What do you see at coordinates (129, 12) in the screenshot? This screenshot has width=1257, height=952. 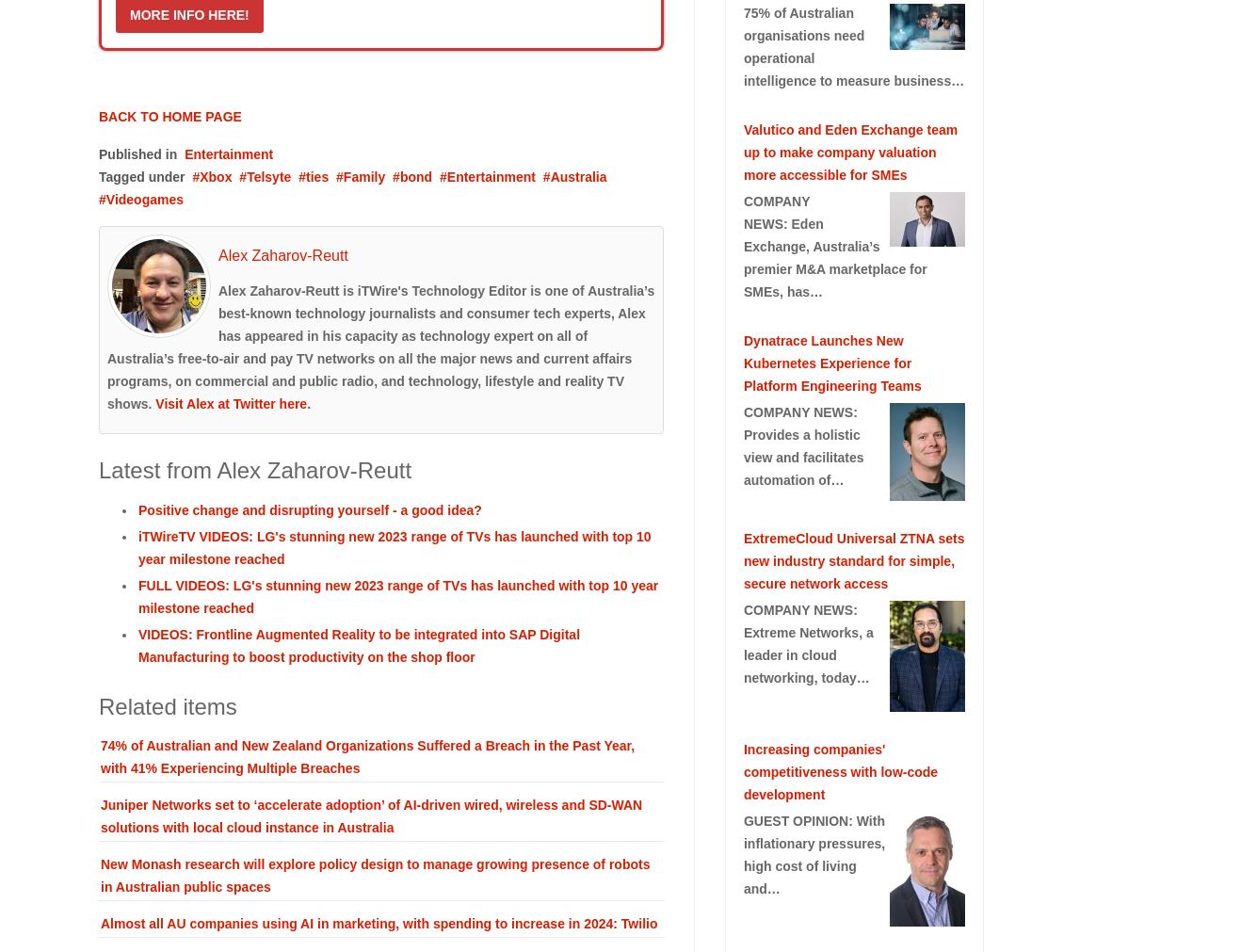 I see `'MORE INFO HERE!'` at bounding box center [129, 12].